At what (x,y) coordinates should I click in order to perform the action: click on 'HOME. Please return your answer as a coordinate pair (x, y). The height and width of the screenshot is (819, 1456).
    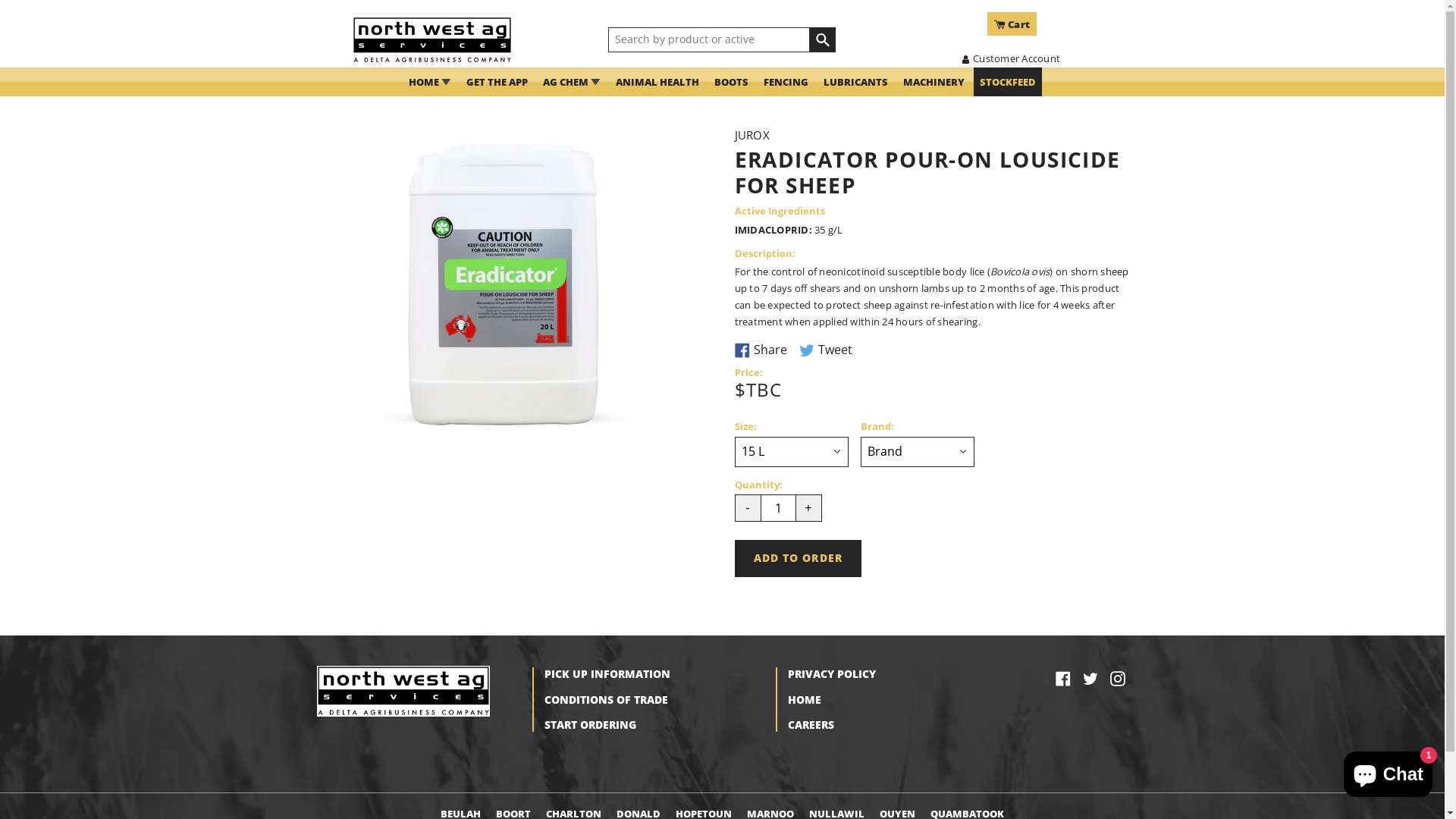
    Looking at the image, I should click on (428, 82).